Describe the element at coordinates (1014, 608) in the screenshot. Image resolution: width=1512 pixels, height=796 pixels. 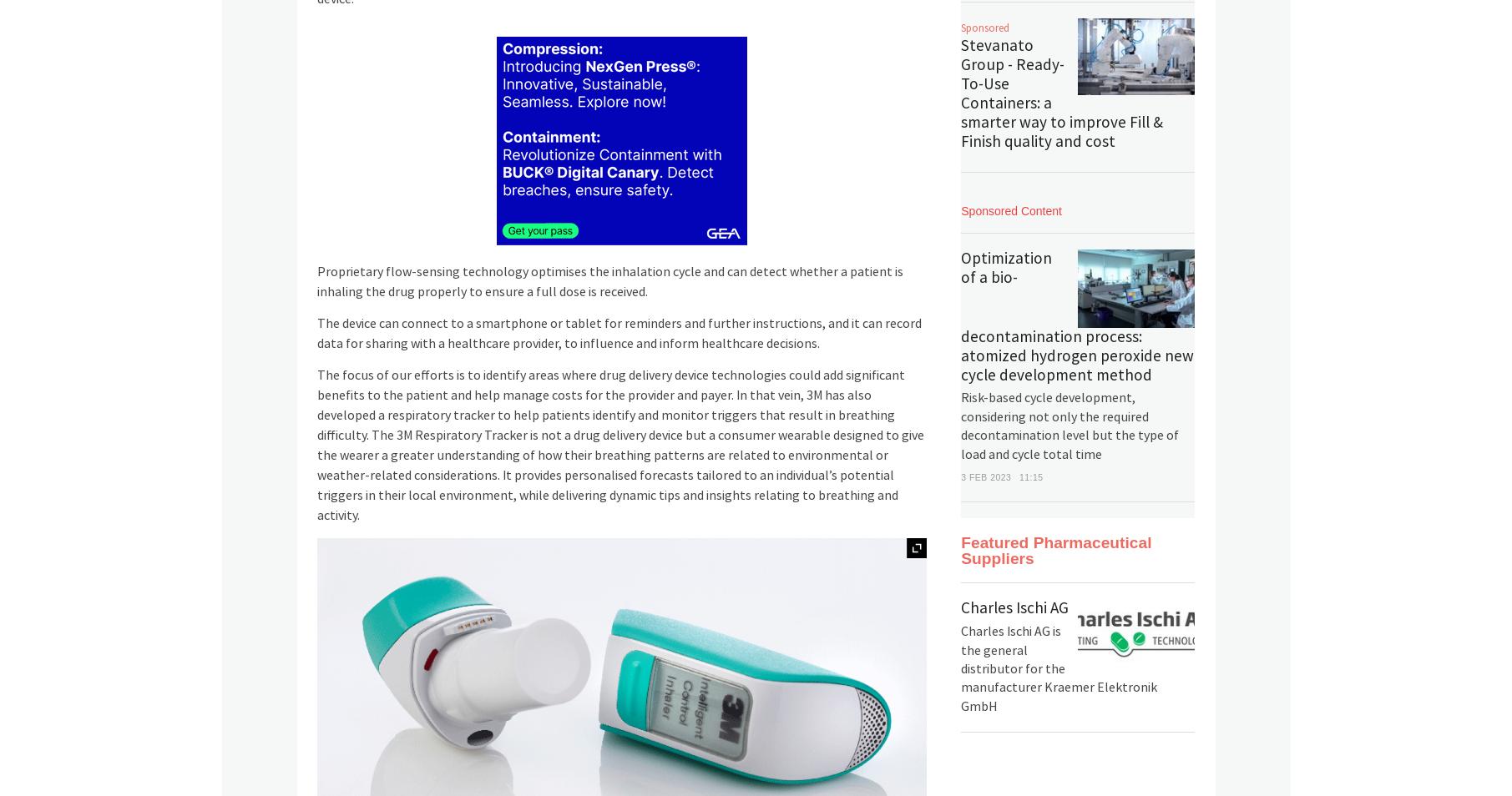
I see `'Charles Ischi AG'` at that location.